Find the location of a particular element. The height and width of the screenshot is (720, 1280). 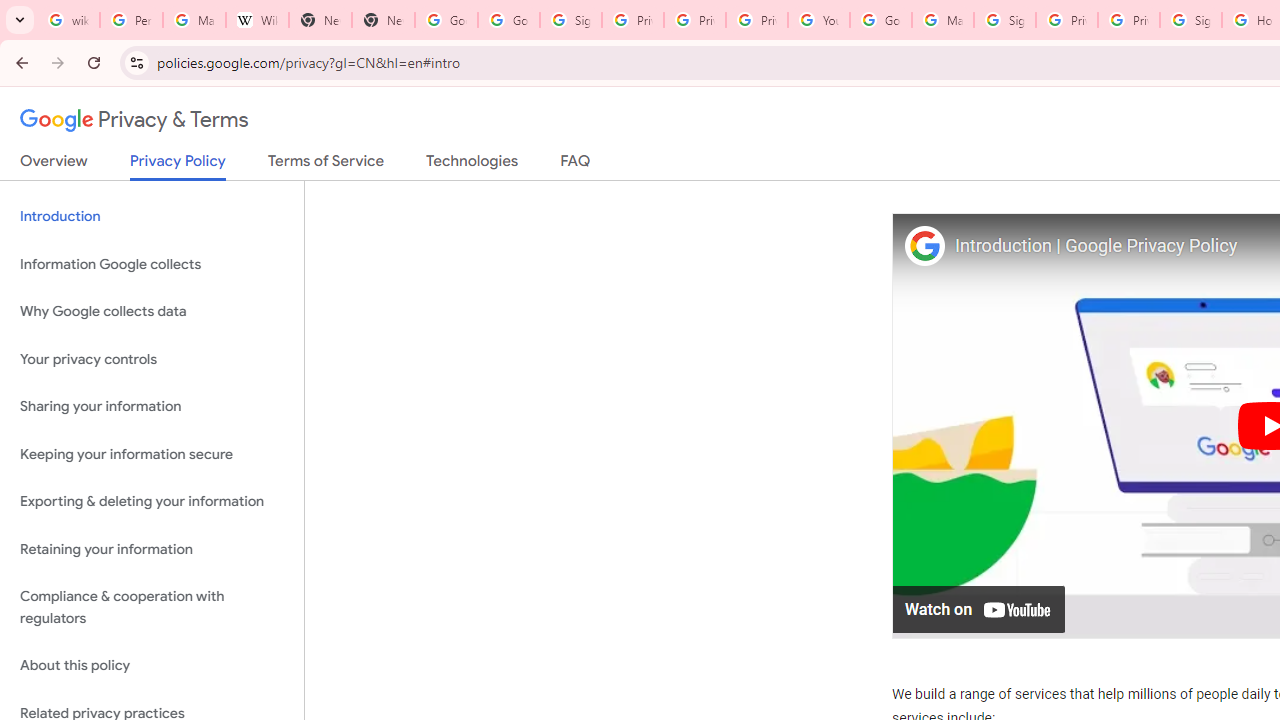

'Information Google collects' is located at coordinates (151, 263).